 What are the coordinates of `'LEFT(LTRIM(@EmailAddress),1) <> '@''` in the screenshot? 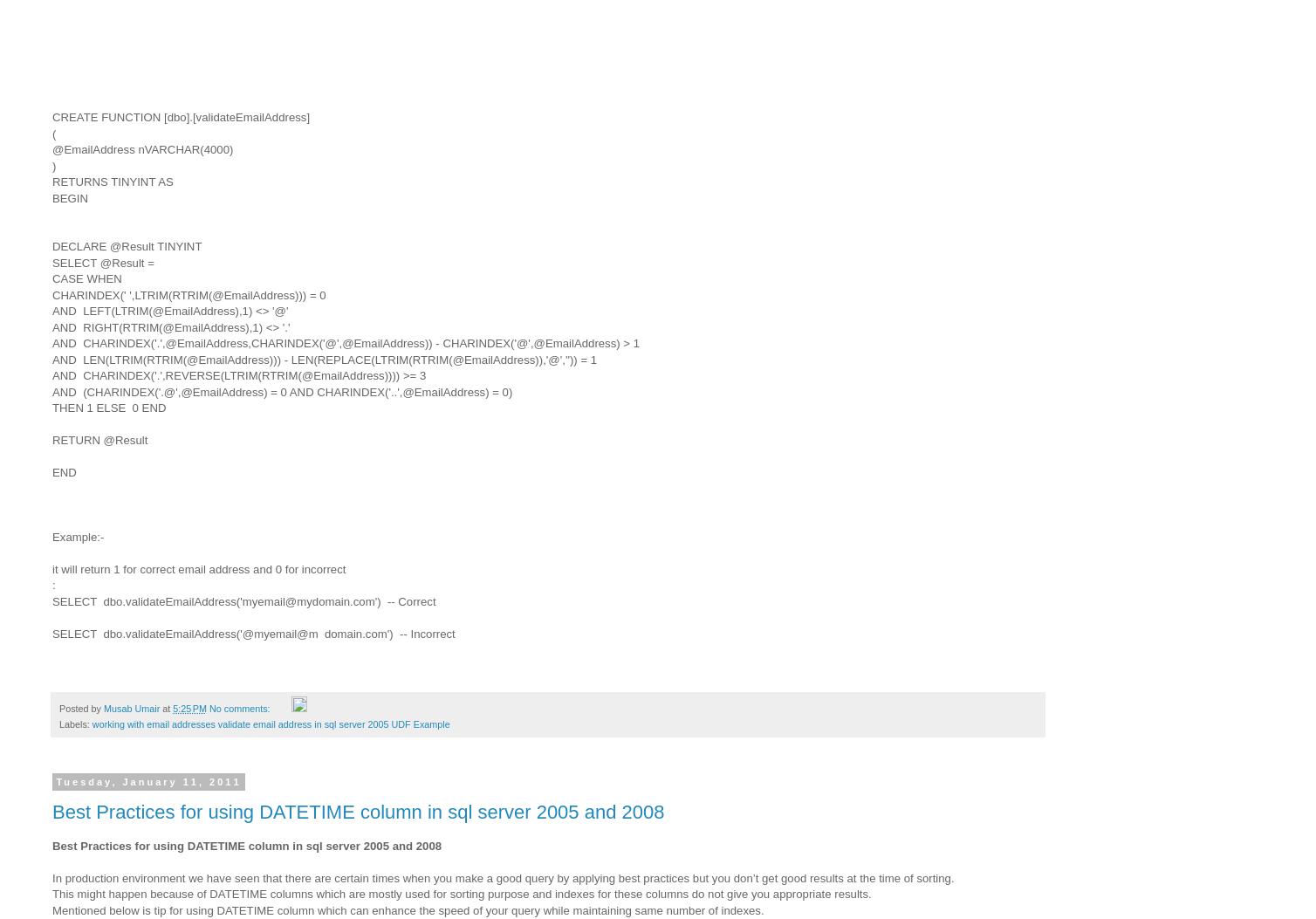 It's located at (184, 310).